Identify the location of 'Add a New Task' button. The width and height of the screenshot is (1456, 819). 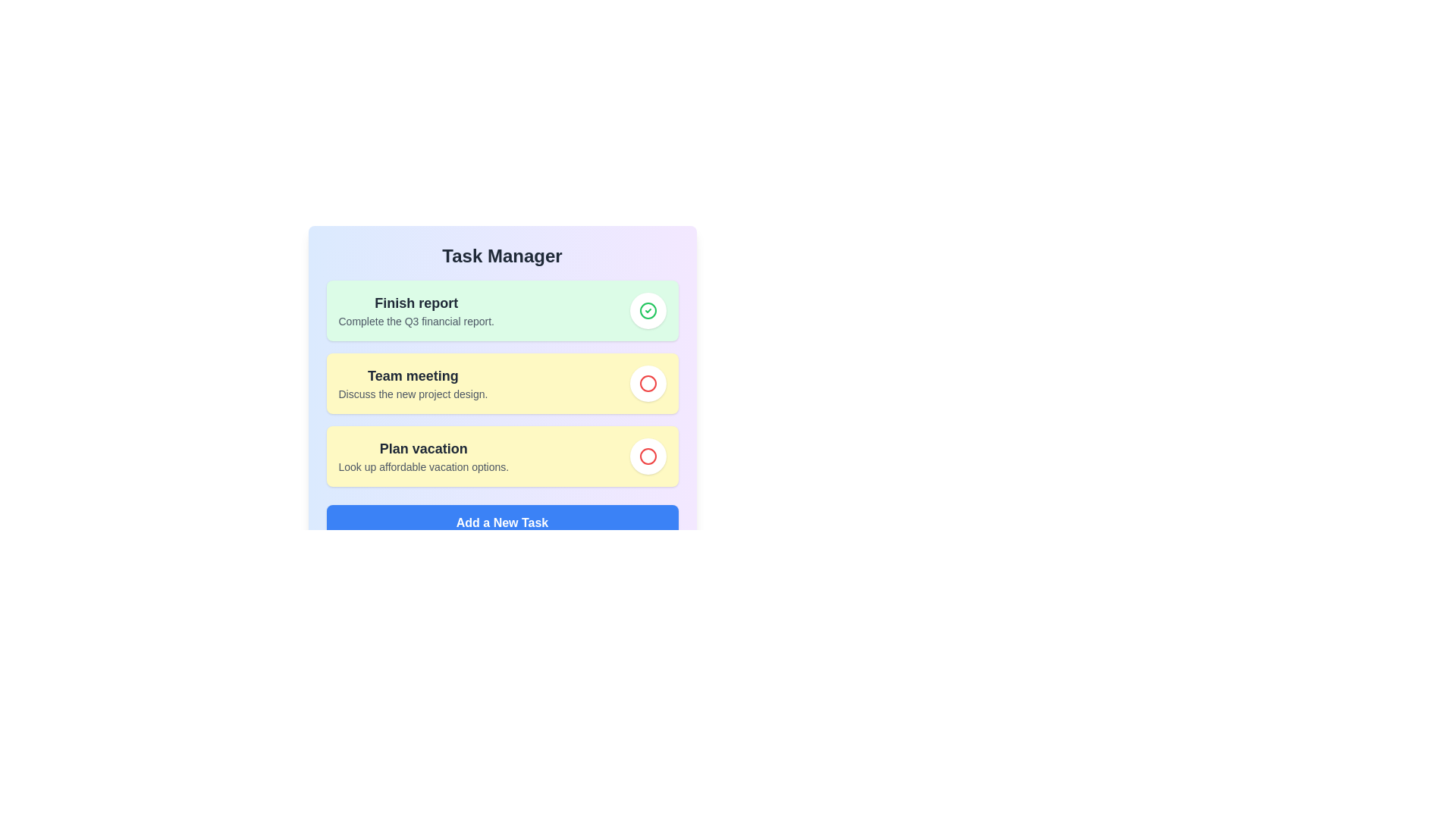
(502, 522).